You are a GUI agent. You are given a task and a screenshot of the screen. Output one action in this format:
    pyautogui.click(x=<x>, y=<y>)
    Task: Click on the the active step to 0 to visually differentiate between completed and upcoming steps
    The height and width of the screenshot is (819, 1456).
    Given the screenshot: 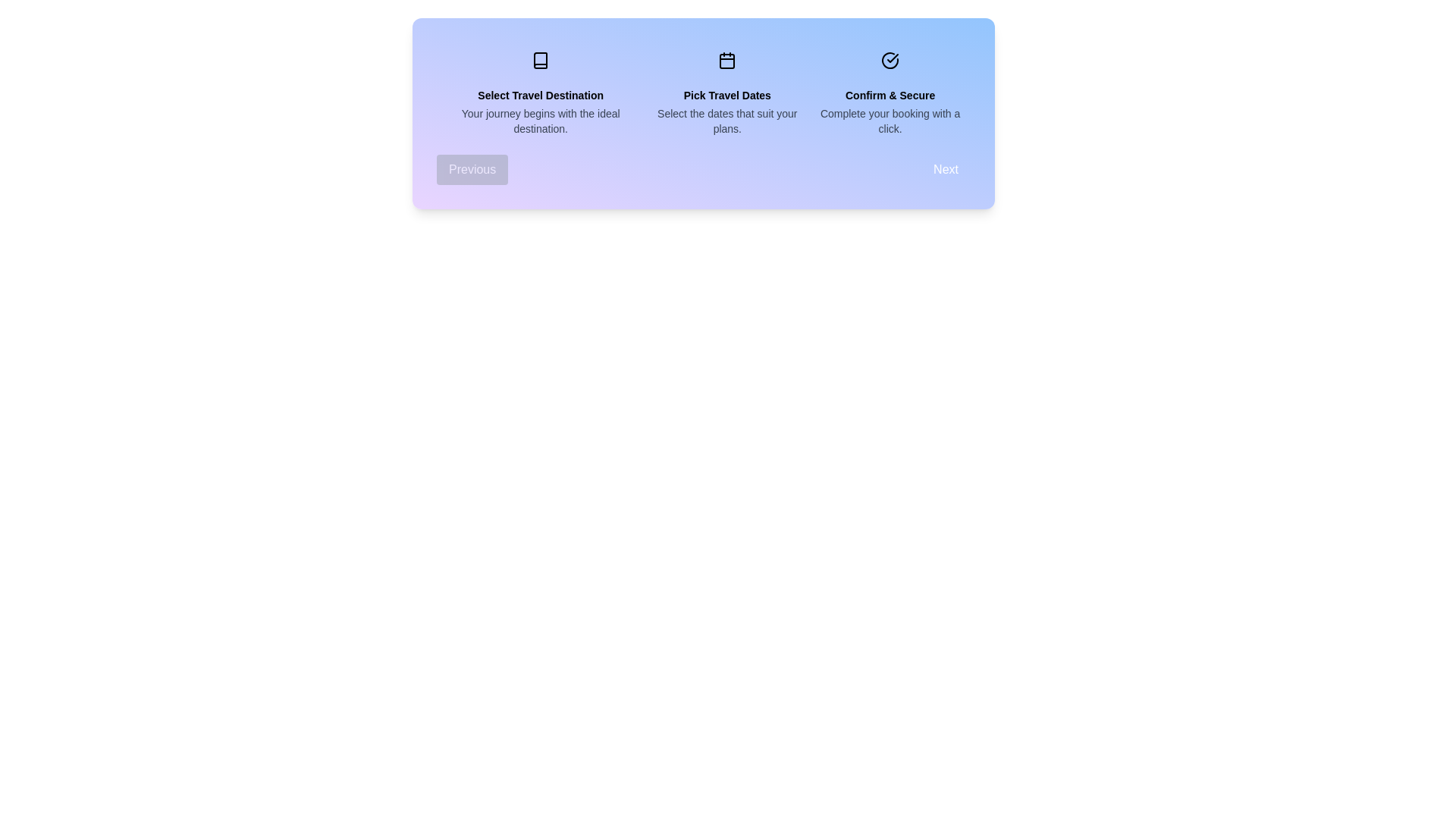 What is the action you would take?
    pyautogui.click(x=541, y=60)
    